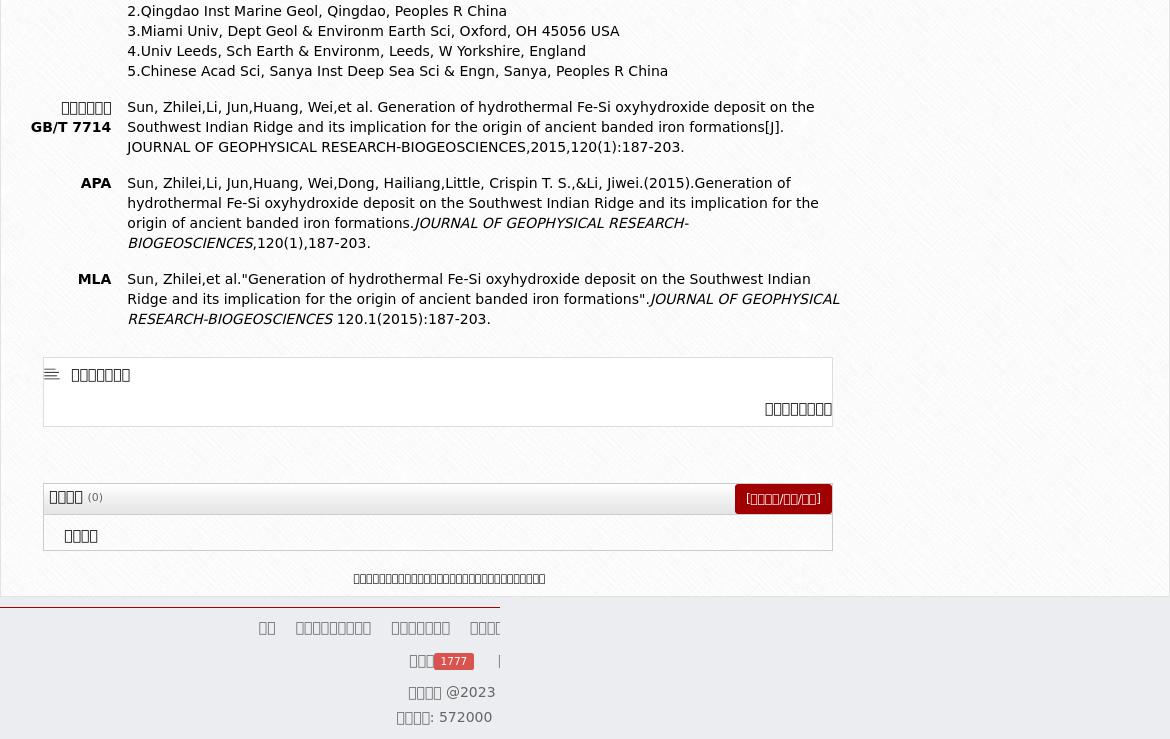  Describe the element at coordinates (453, 689) in the screenshot. I see `'版权所有 @2023'` at that location.